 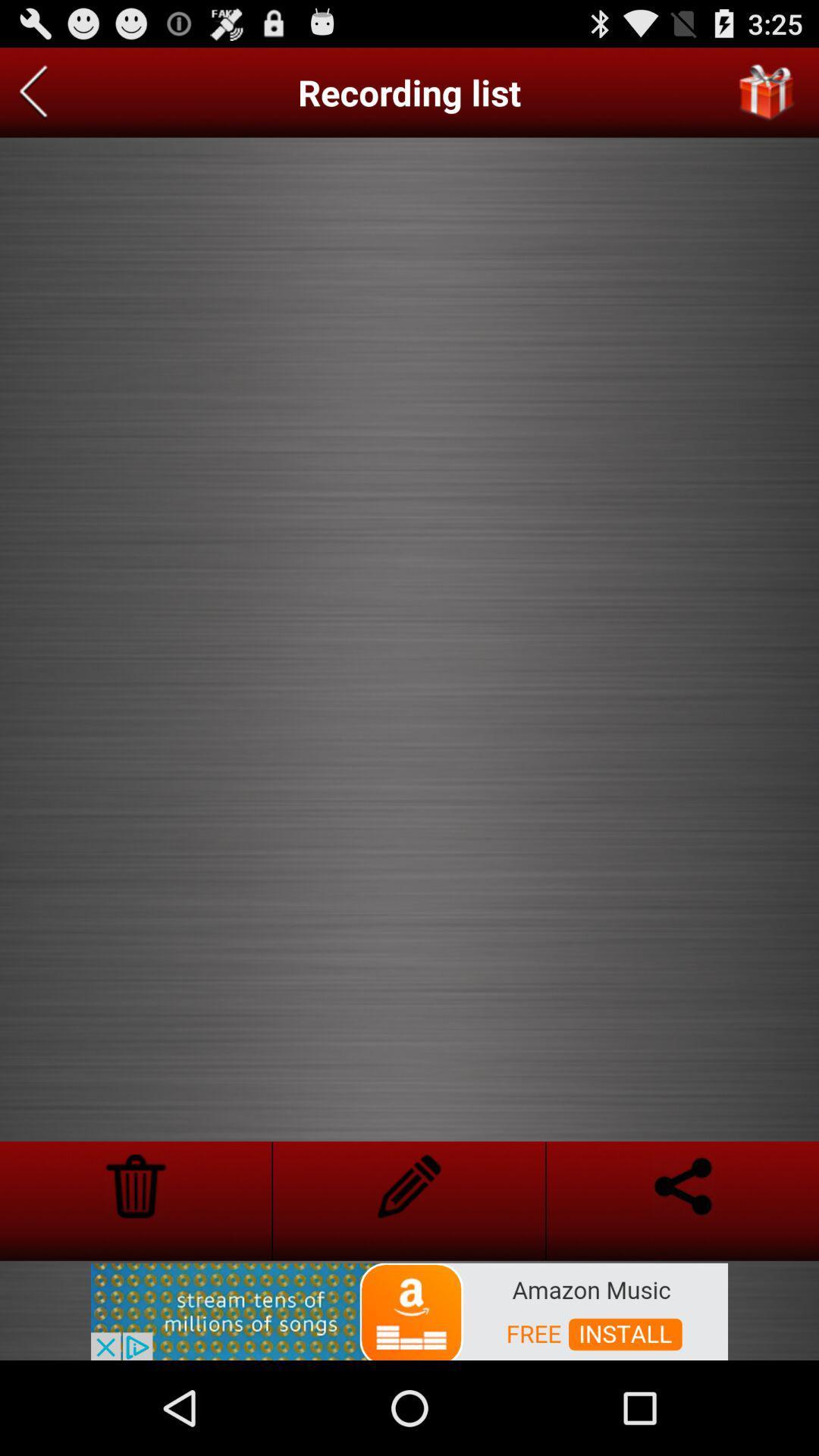 I want to click on the arrow_backward icon, so click(x=682, y=1269).